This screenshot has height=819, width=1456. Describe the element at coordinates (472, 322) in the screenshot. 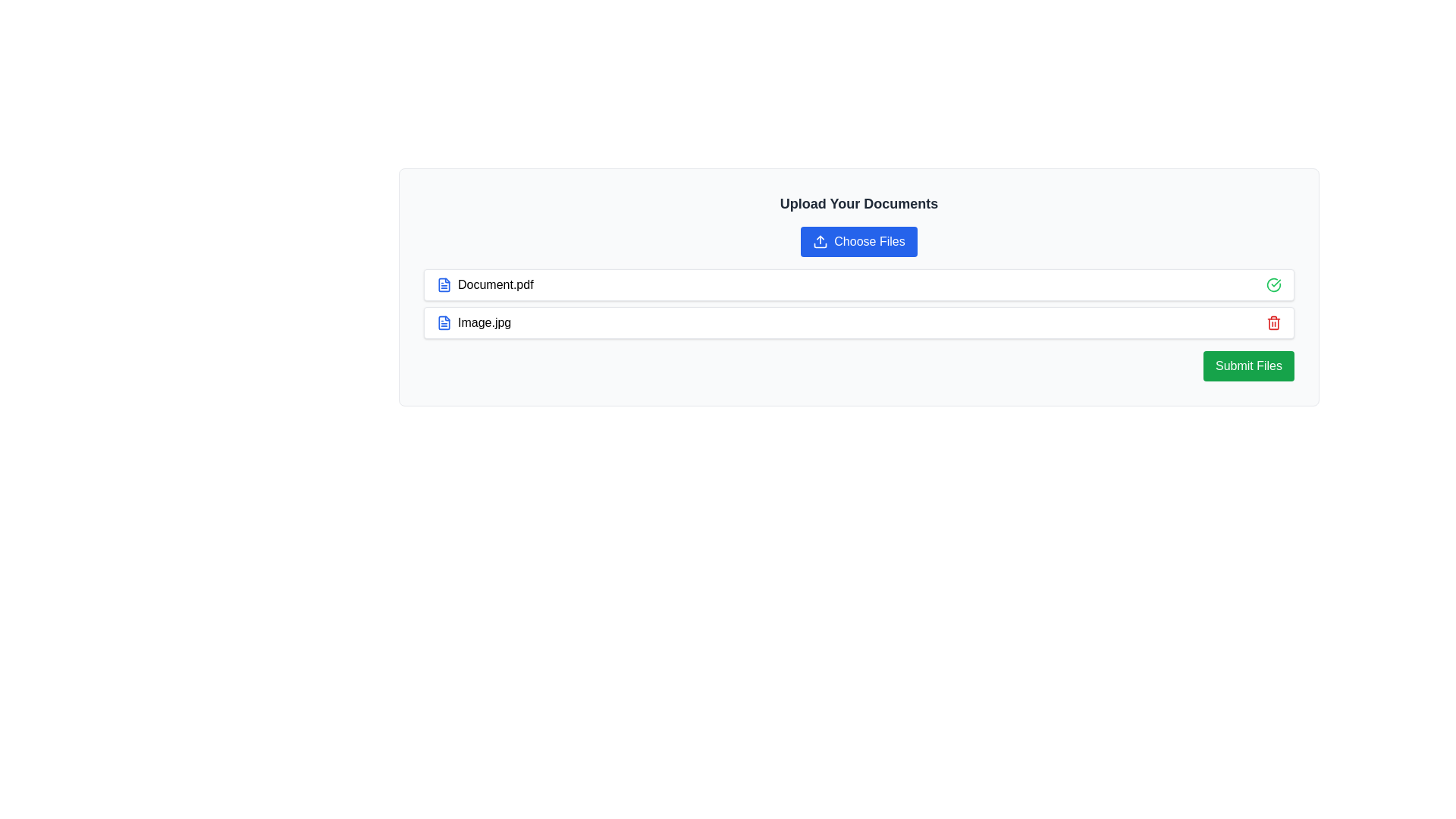

I see `the text label displaying 'Image.jpg' located next to the blue file icon in the top region of the document upload section` at that location.